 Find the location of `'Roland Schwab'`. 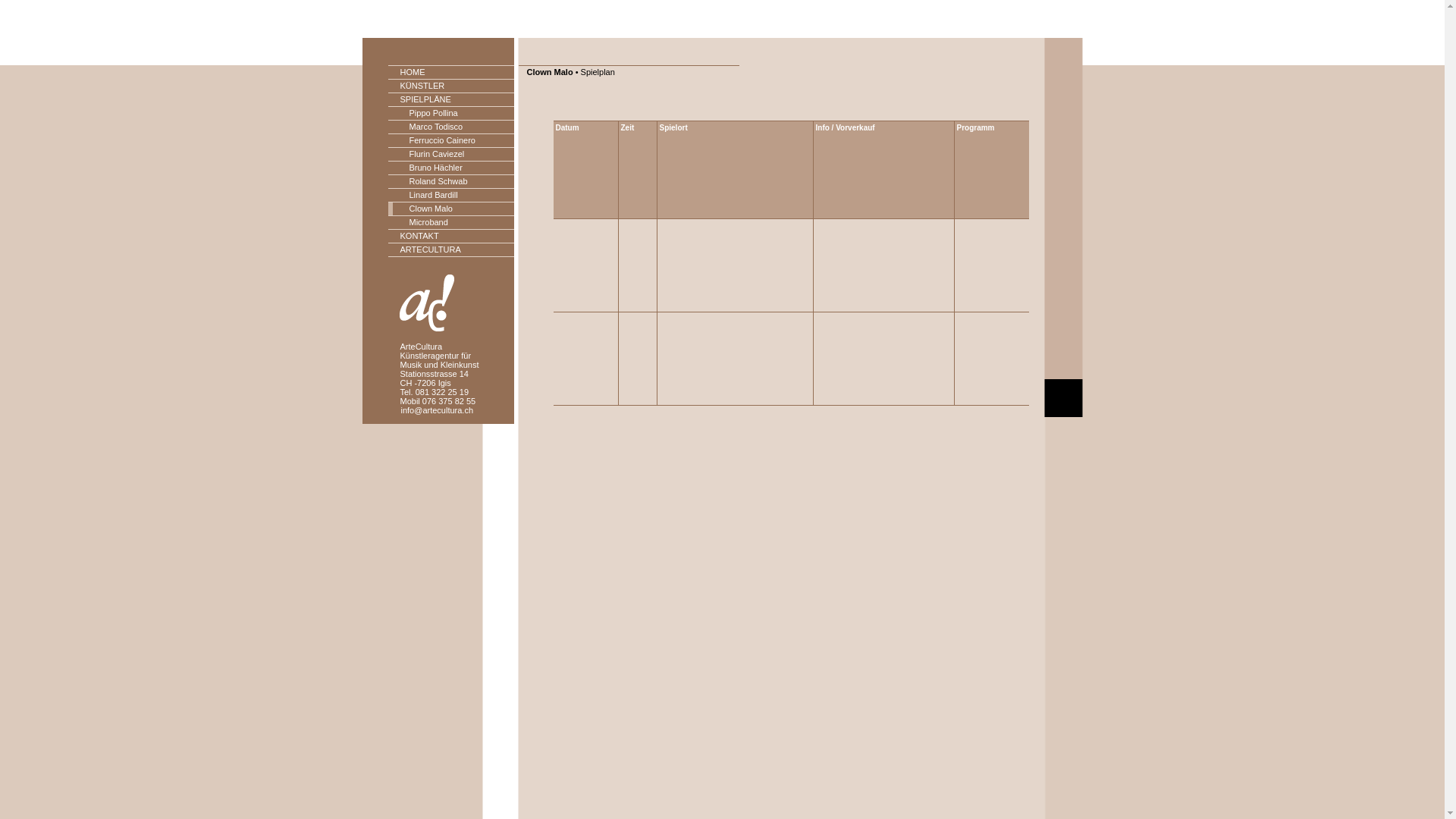

'Roland Schwab' is located at coordinates (450, 180).